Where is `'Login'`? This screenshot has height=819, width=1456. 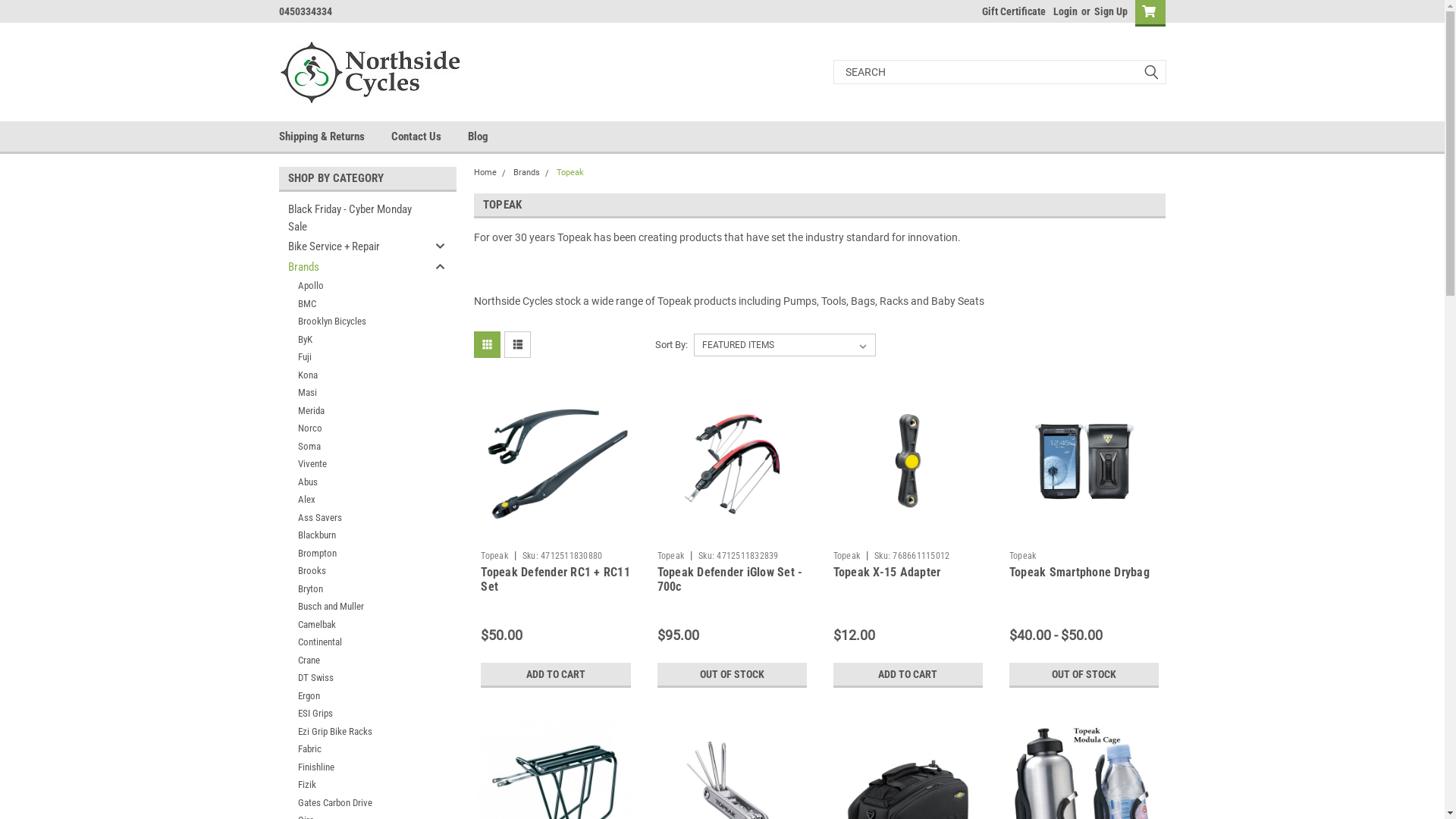
'Login' is located at coordinates (1051, 11).